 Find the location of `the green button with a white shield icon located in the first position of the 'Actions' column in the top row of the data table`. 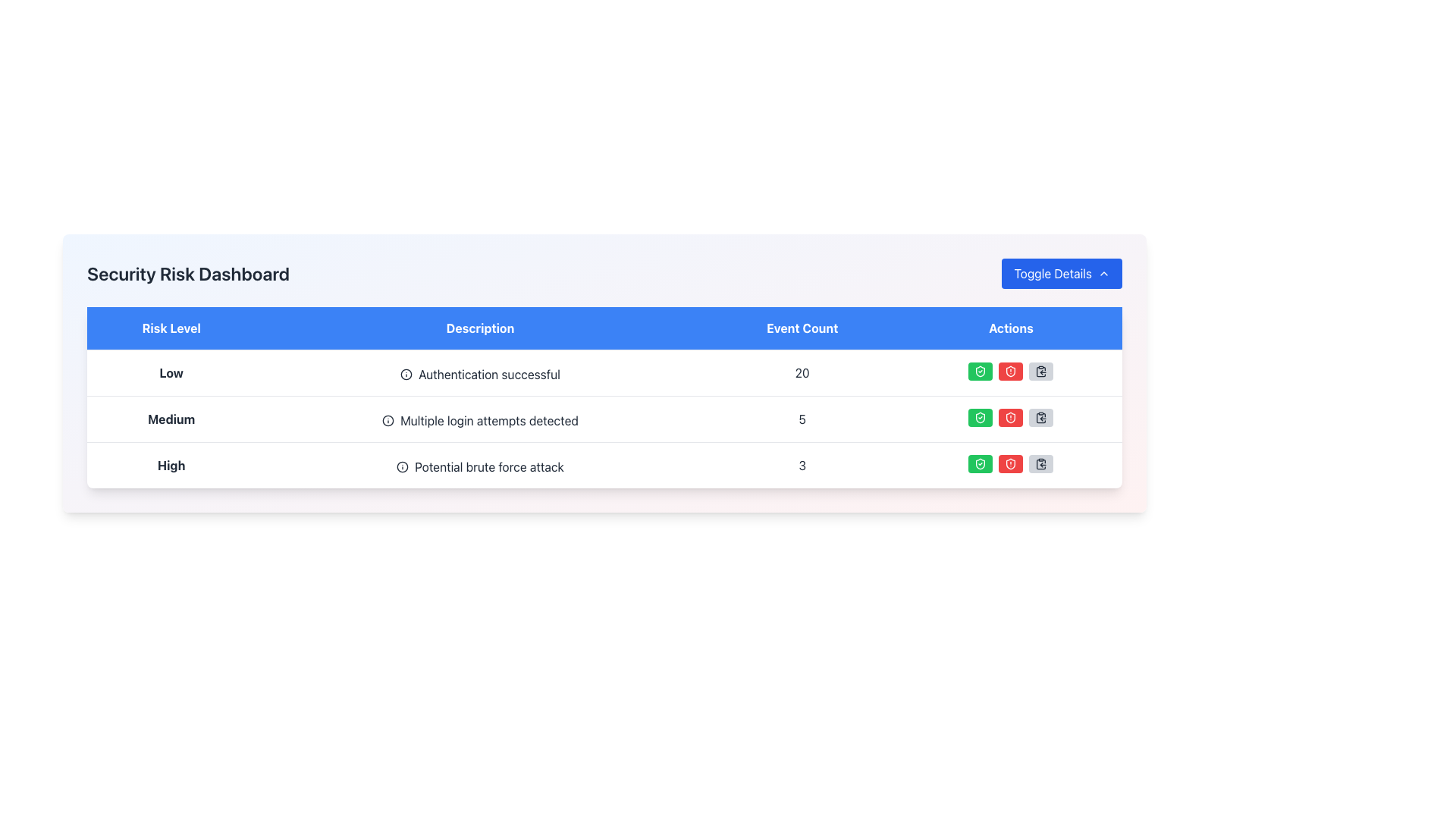

the green button with a white shield icon located in the first position of the 'Actions' column in the top row of the data table is located at coordinates (981, 371).